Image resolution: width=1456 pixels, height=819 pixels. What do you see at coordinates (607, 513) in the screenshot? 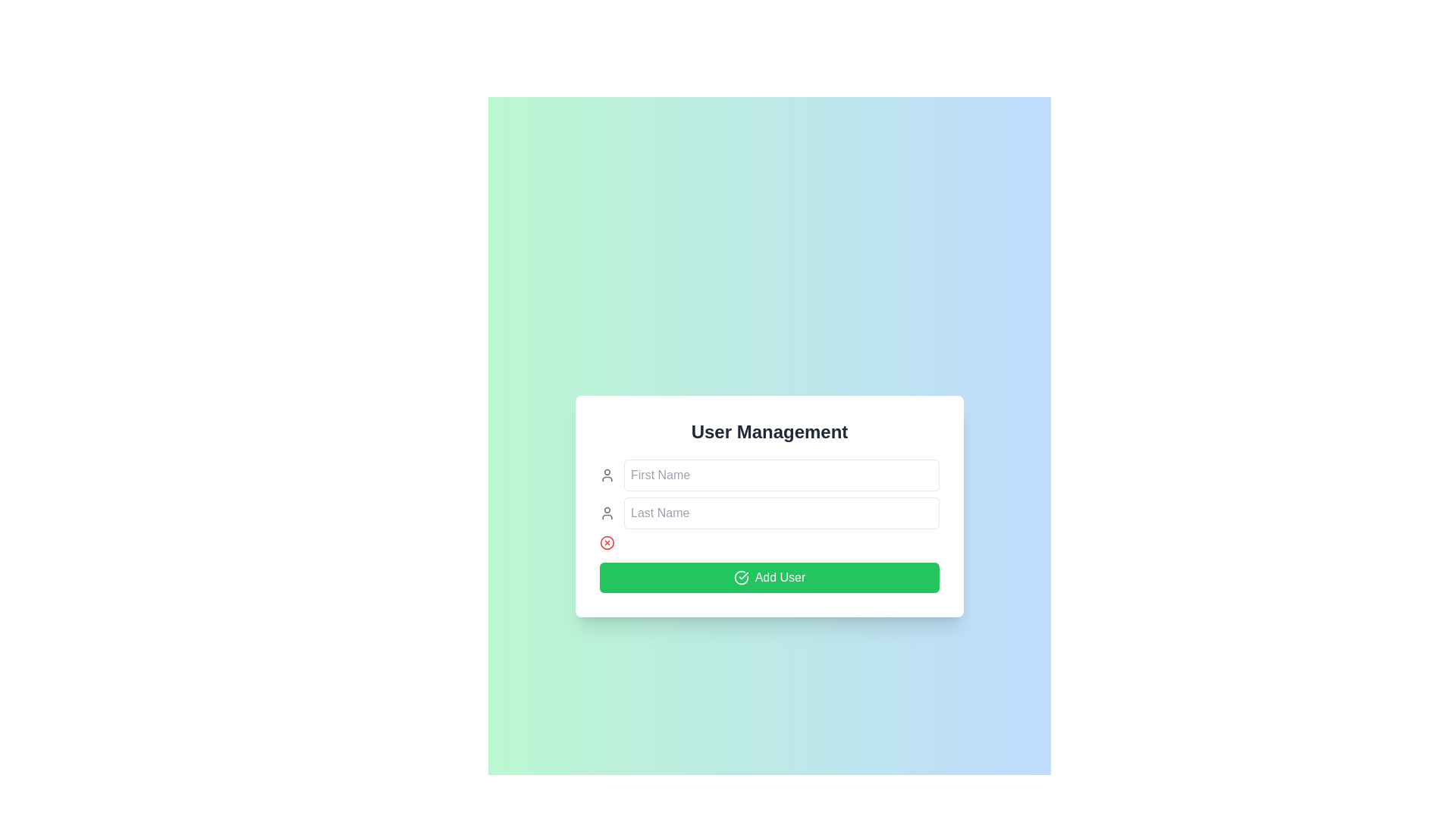
I see `the icon that indicates the purpose of the adjacent input field labeled 'First Name', located at the upper left of the input field` at bounding box center [607, 513].